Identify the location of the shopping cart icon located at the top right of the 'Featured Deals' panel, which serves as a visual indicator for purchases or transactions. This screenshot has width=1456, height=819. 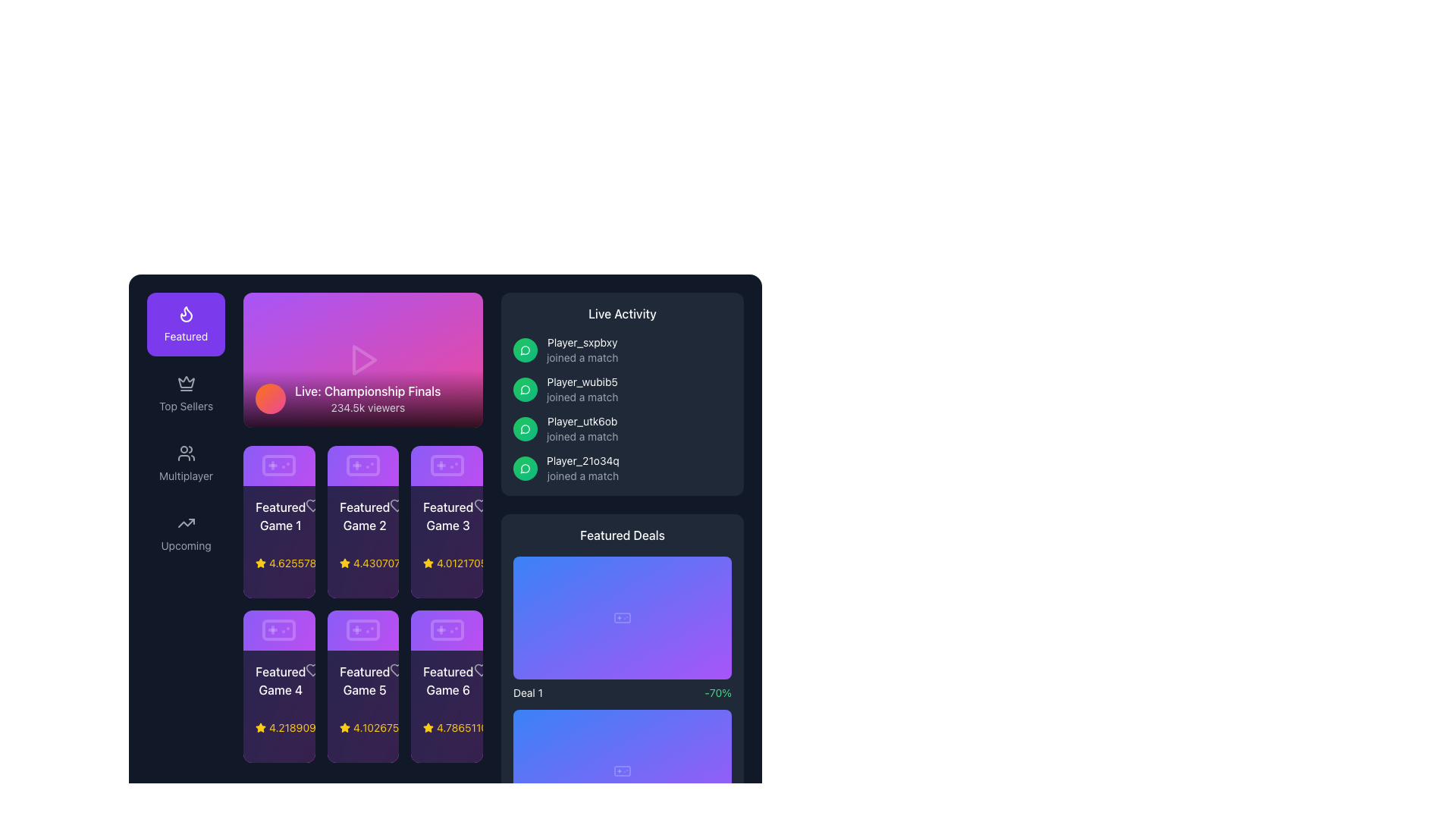
(628, 563).